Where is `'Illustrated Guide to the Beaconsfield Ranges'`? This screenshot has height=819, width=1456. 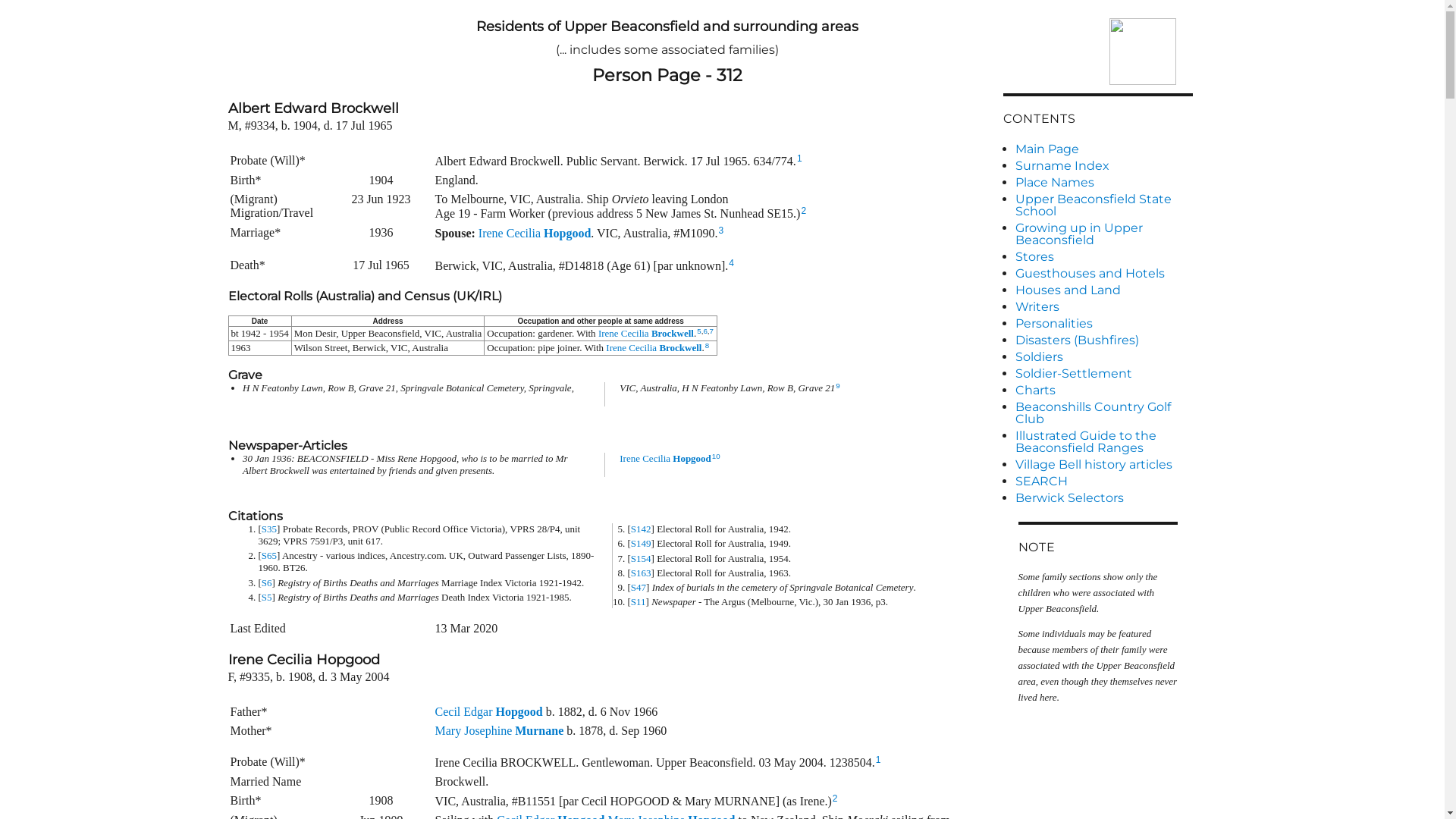 'Illustrated Guide to the Beaconsfield Ranges' is located at coordinates (1103, 441).